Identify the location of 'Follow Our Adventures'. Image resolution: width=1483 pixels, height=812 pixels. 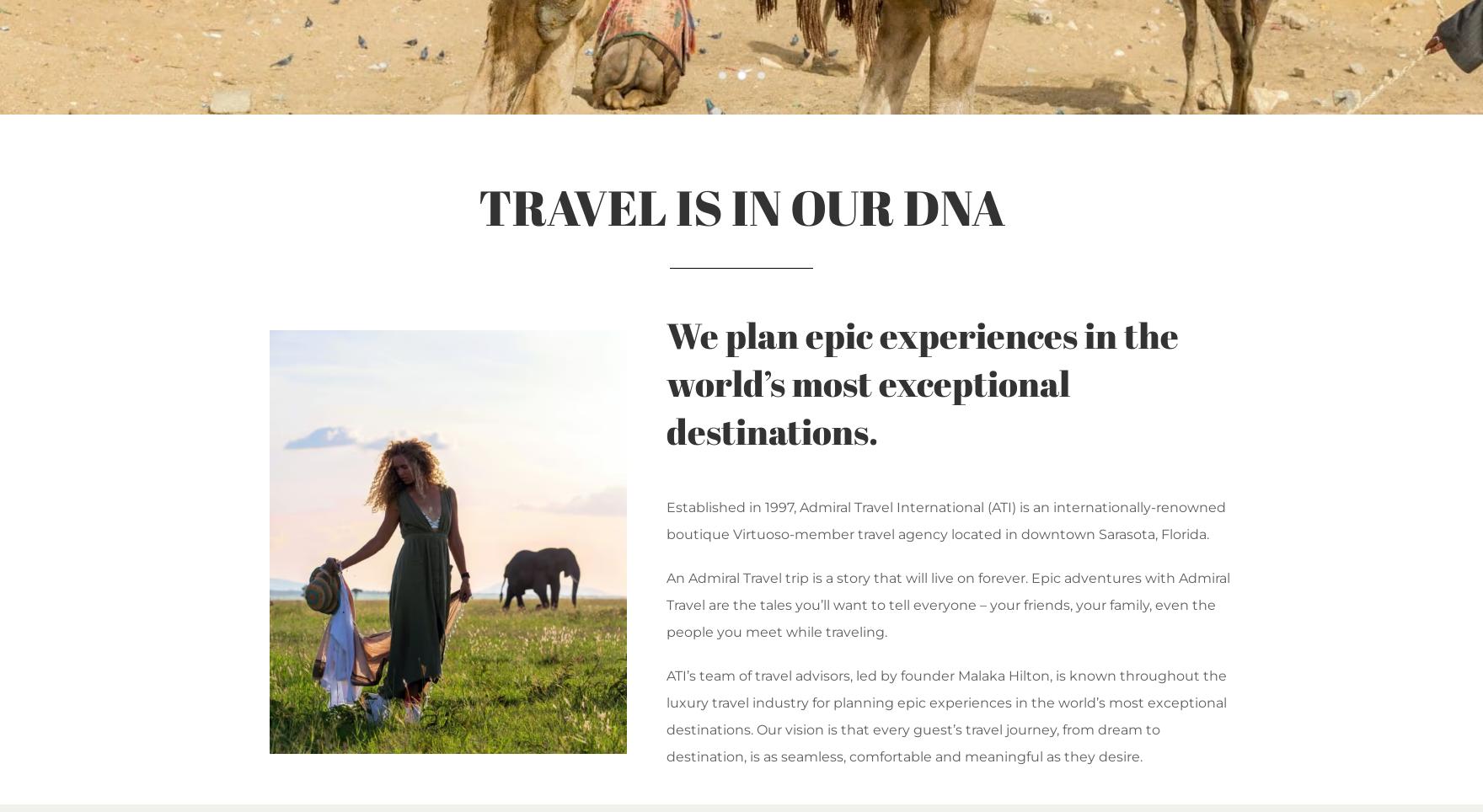
(404, 456).